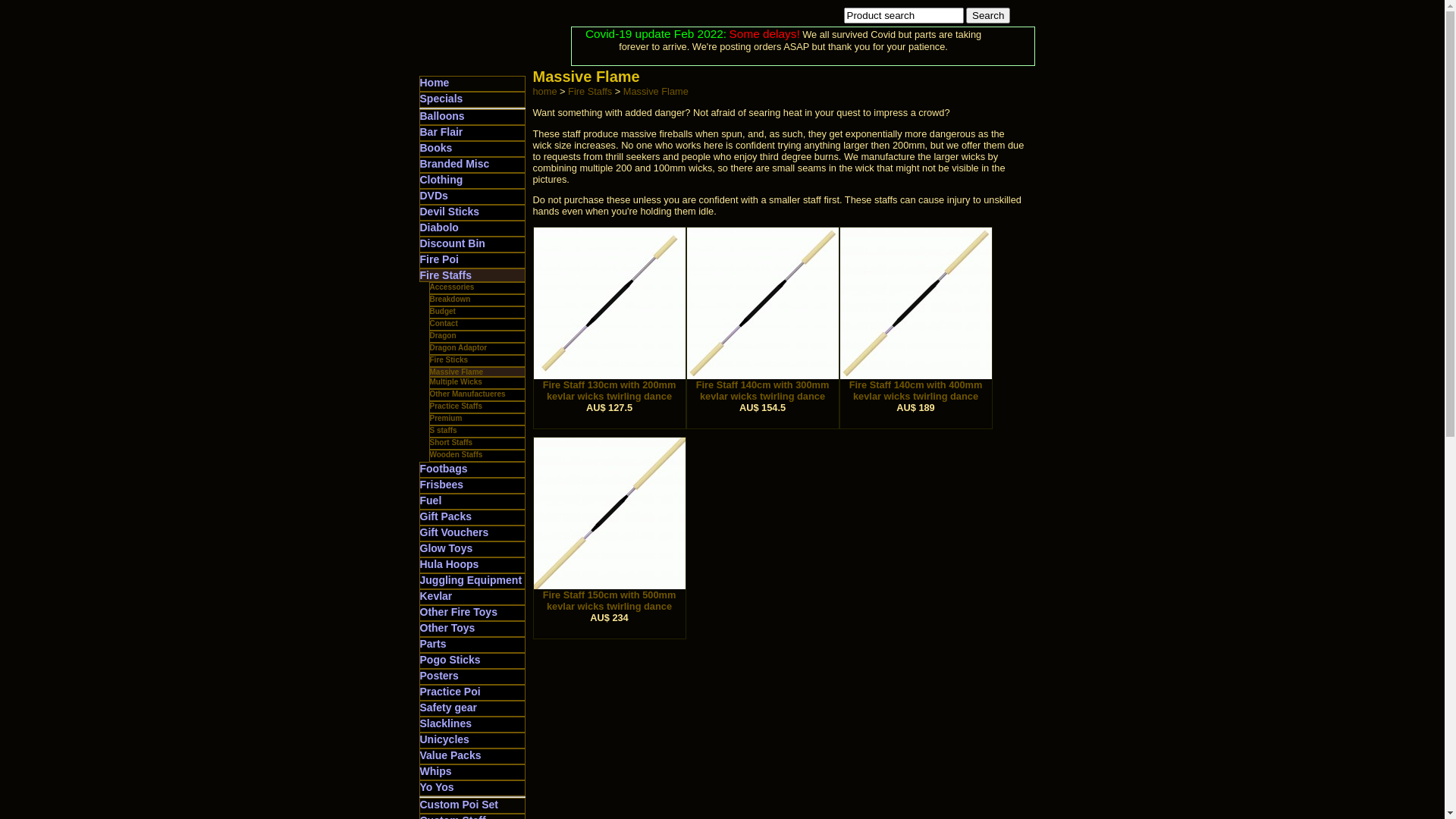 This screenshot has height=819, width=1456. I want to click on 'Glow Toys', so click(446, 548).